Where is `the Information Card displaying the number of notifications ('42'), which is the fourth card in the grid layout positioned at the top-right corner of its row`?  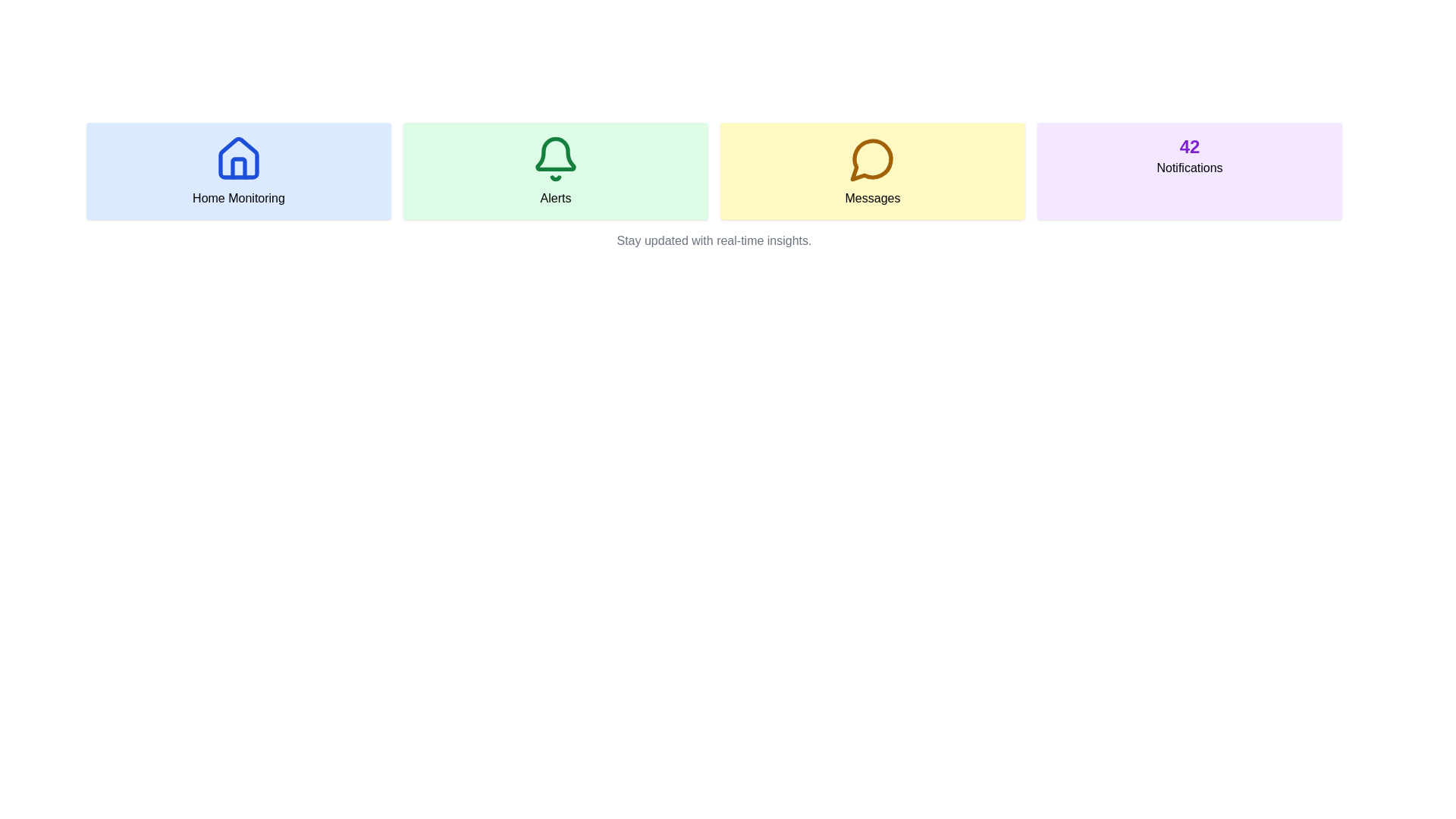 the Information Card displaying the number of notifications ('42'), which is the fourth card in the grid layout positioned at the top-right corner of its row is located at coordinates (1189, 171).